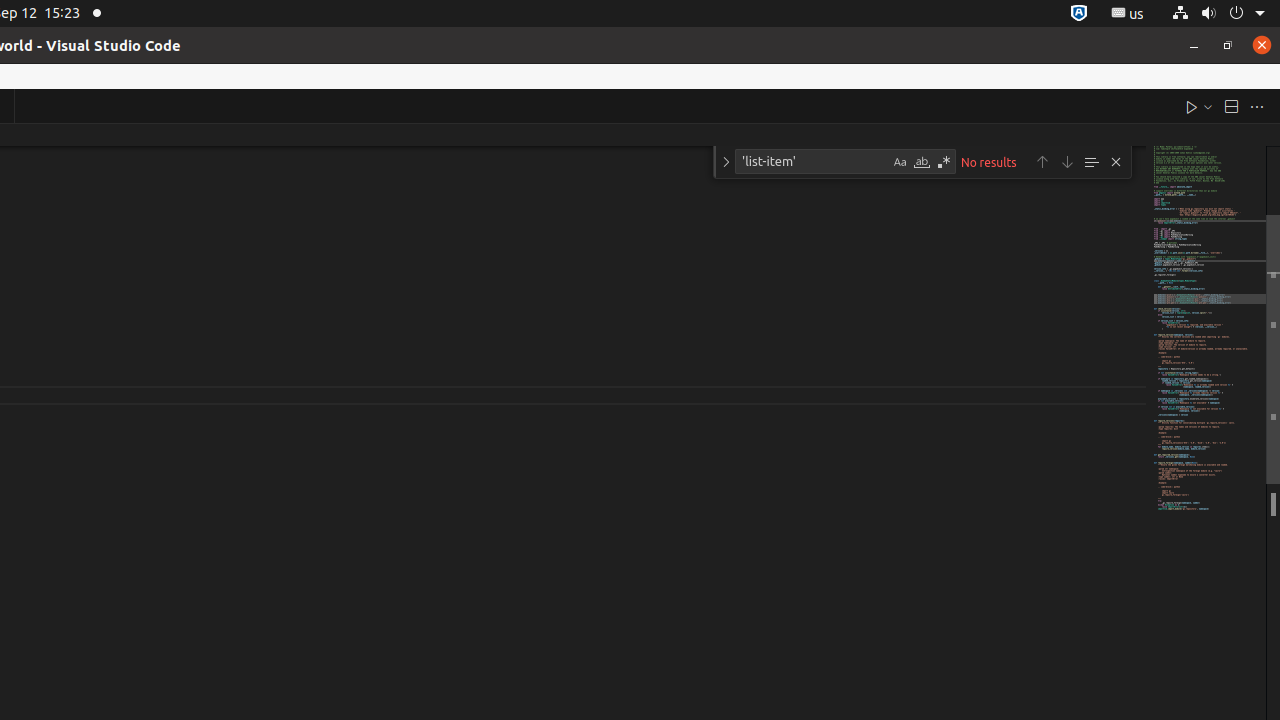 This screenshot has height=720, width=1280. What do you see at coordinates (1255, 106) in the screenshot?
I see `'More Actions...'` at bounding box center [1255, 106].